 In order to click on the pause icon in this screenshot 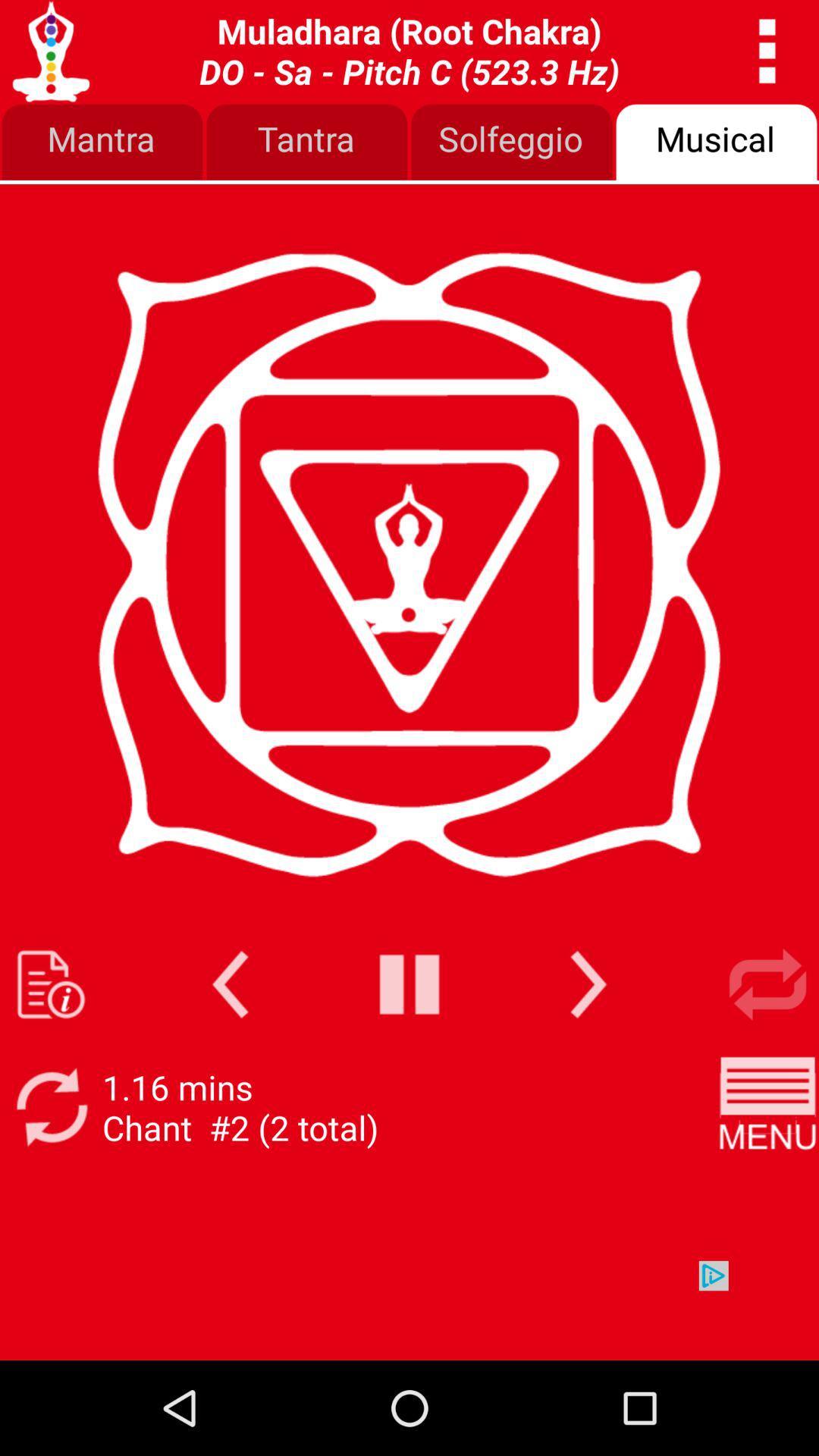, I will do `click(409, 1053)`.